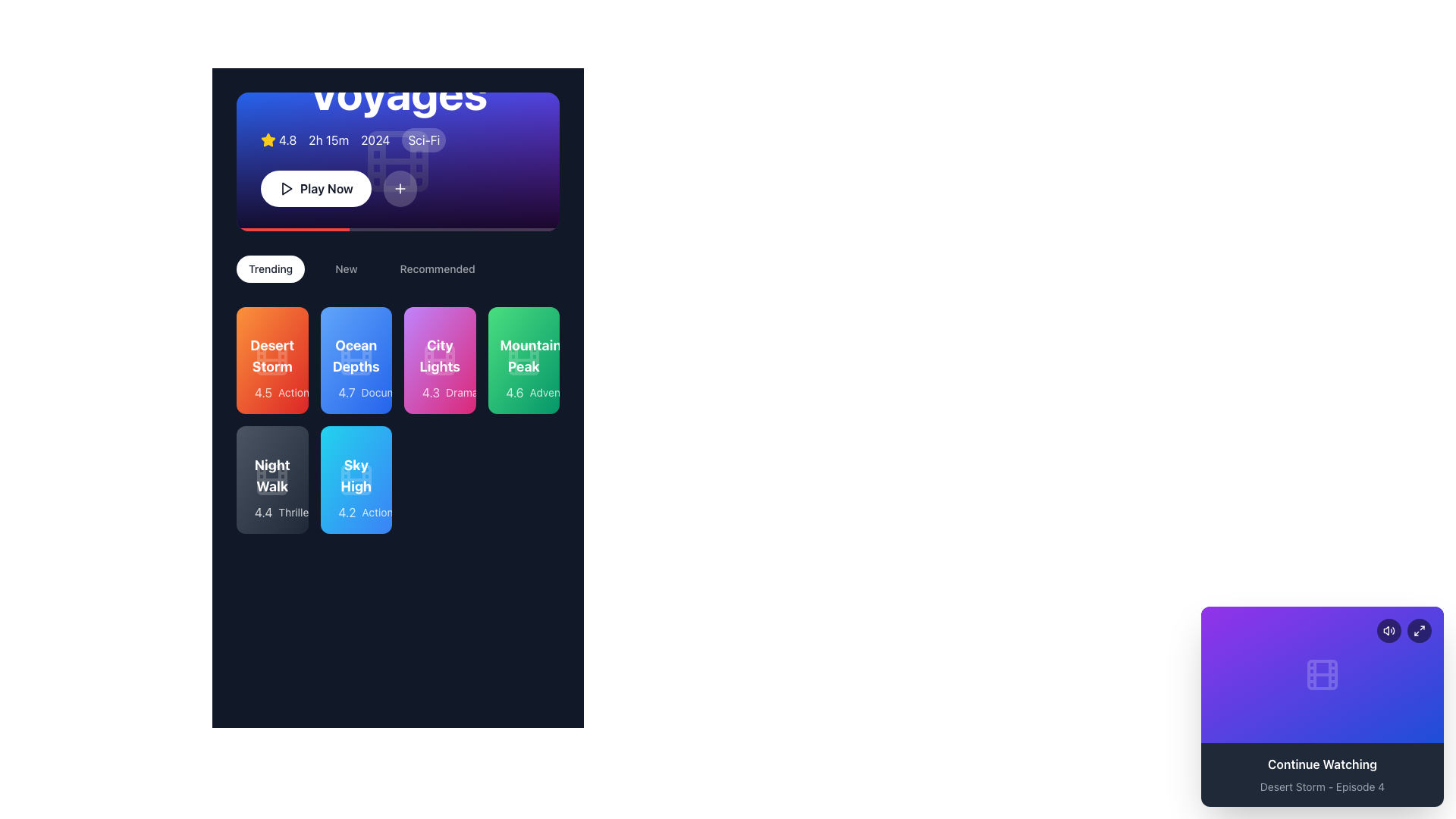  I want to click on the surrounding area of the progress bar located towards the left side of the thin white horizontal bar at the base of the upper blue section containing the video preview and controls, so click(293, 229).